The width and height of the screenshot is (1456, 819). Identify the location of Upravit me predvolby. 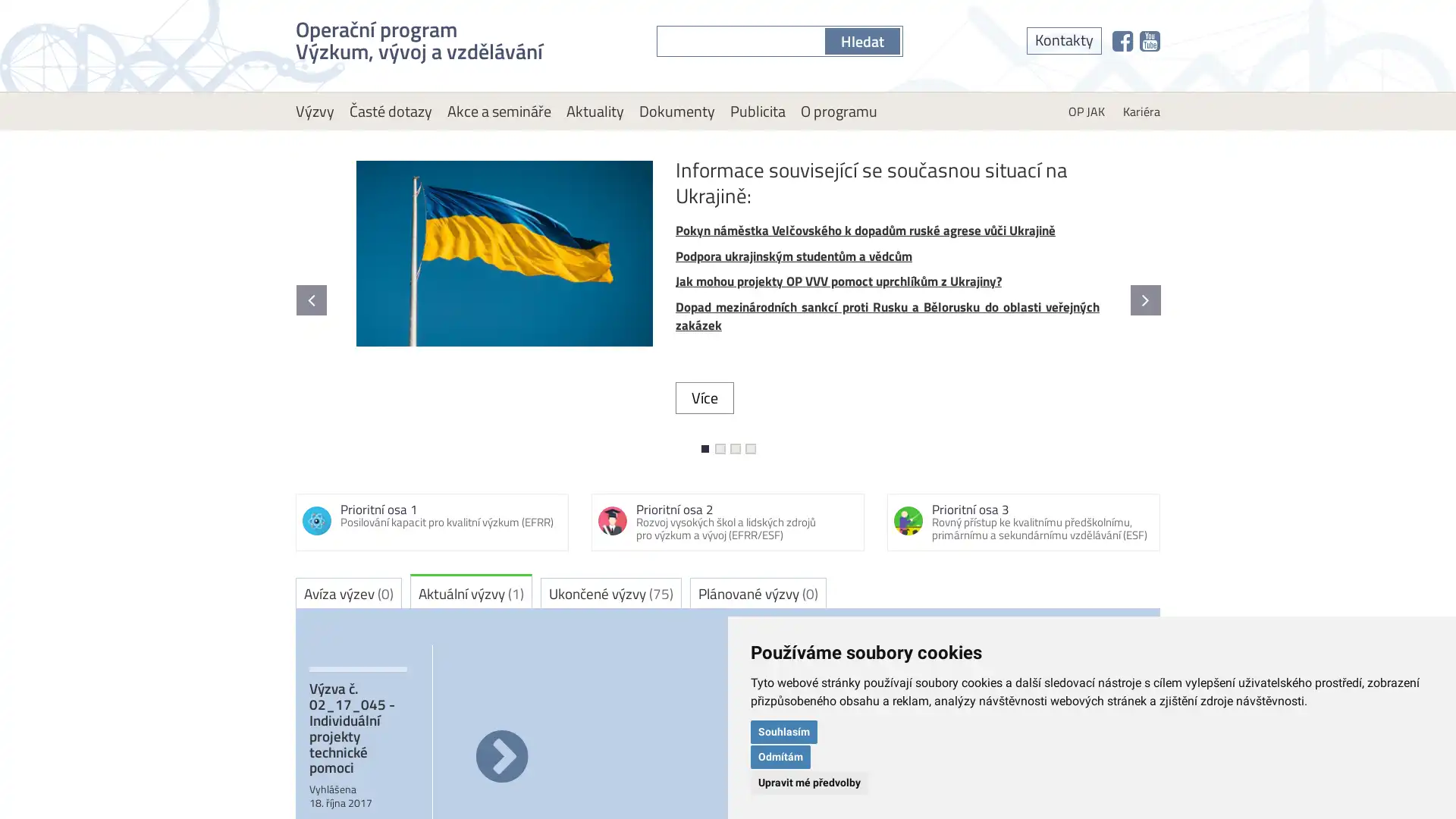
(808, 782).